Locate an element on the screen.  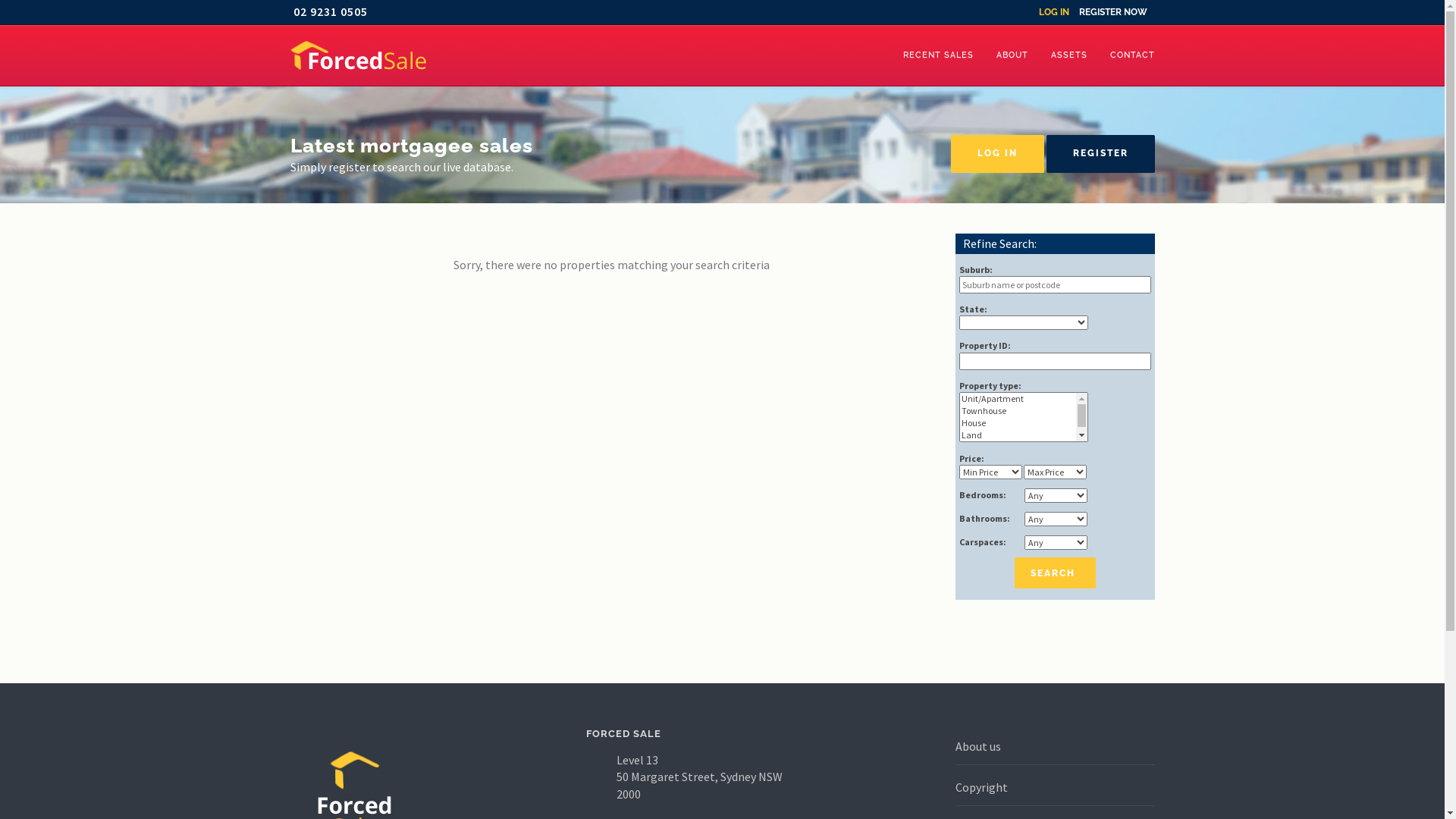
'LOG IN' is located at coordinates (997, 154).